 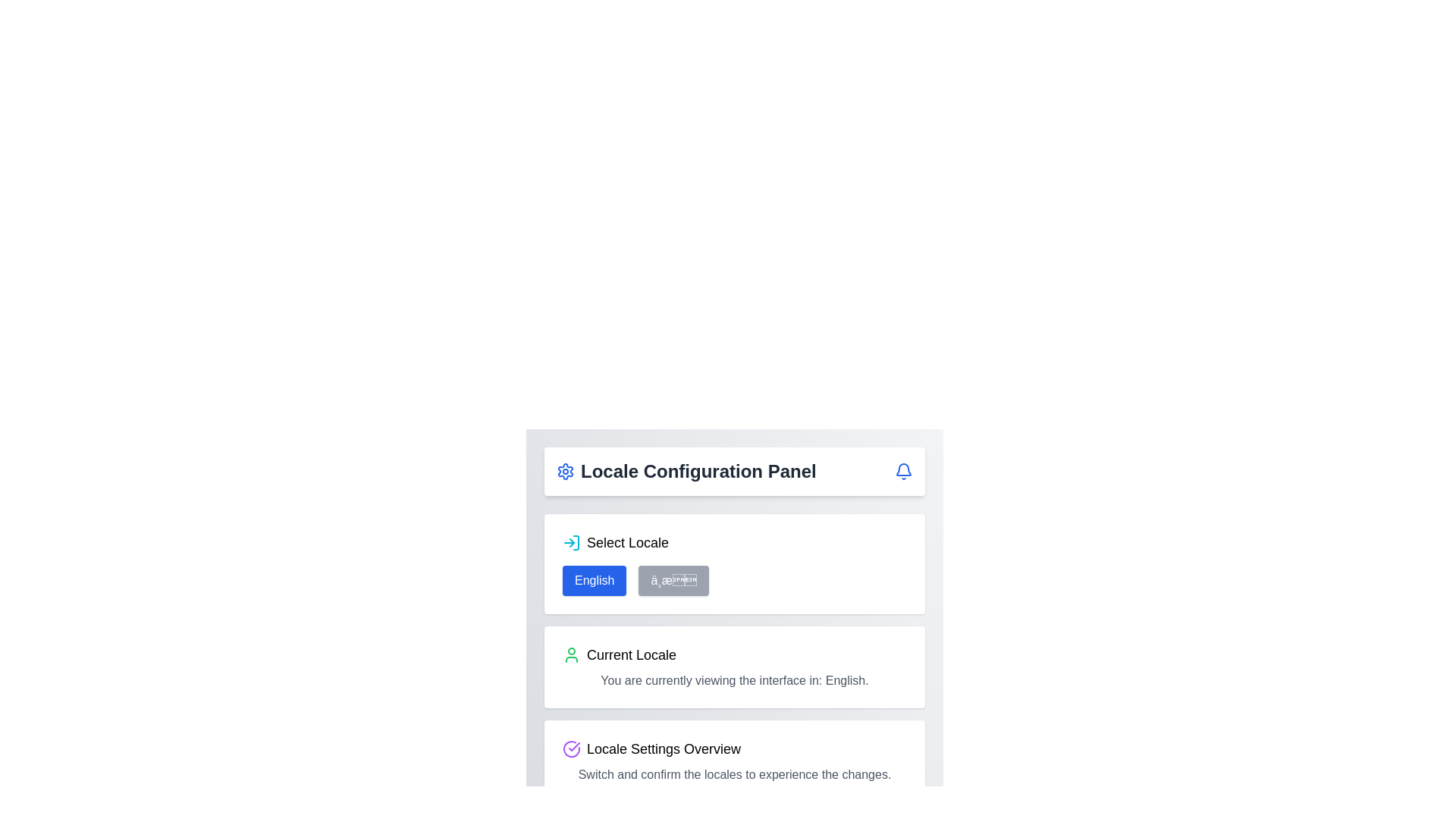 I want to click on the static text label indicating the purpose of the locale configuration interface, so click(x=698, y=470).